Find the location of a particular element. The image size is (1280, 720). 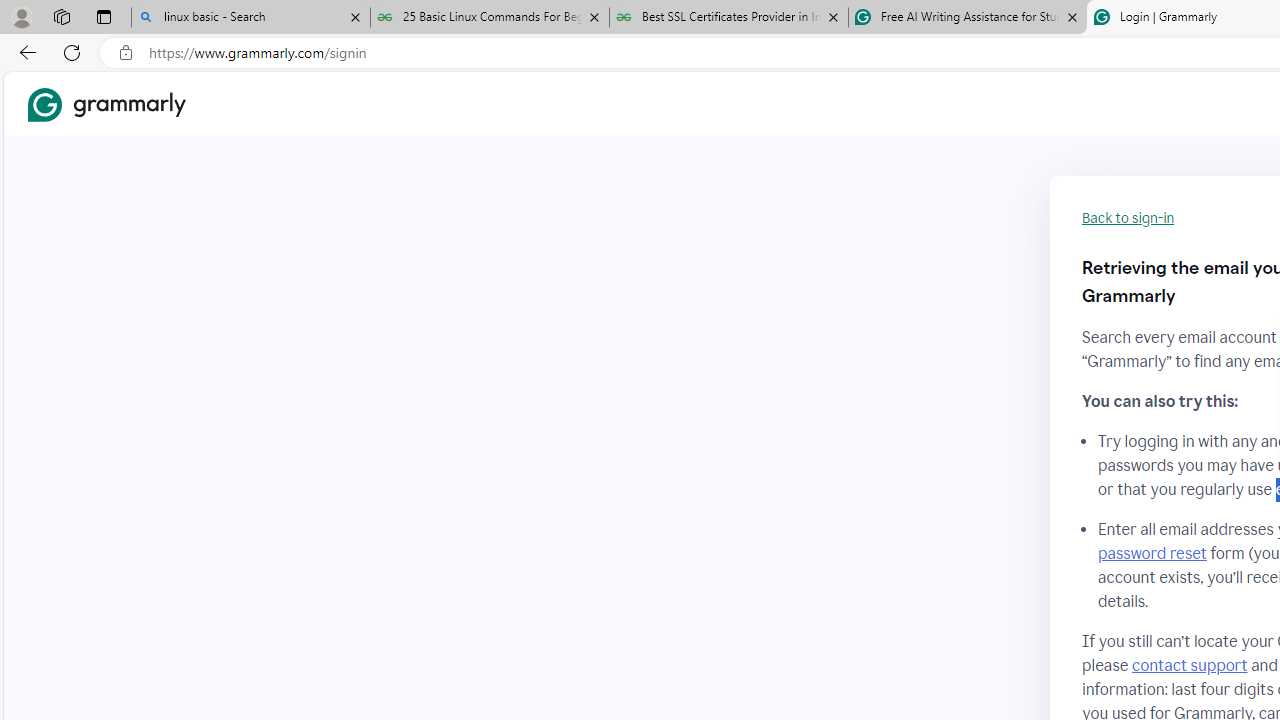

'25 Basic Linux Commands For Beginners - GeeksforGeeks' is located at coordinates (490, 17).